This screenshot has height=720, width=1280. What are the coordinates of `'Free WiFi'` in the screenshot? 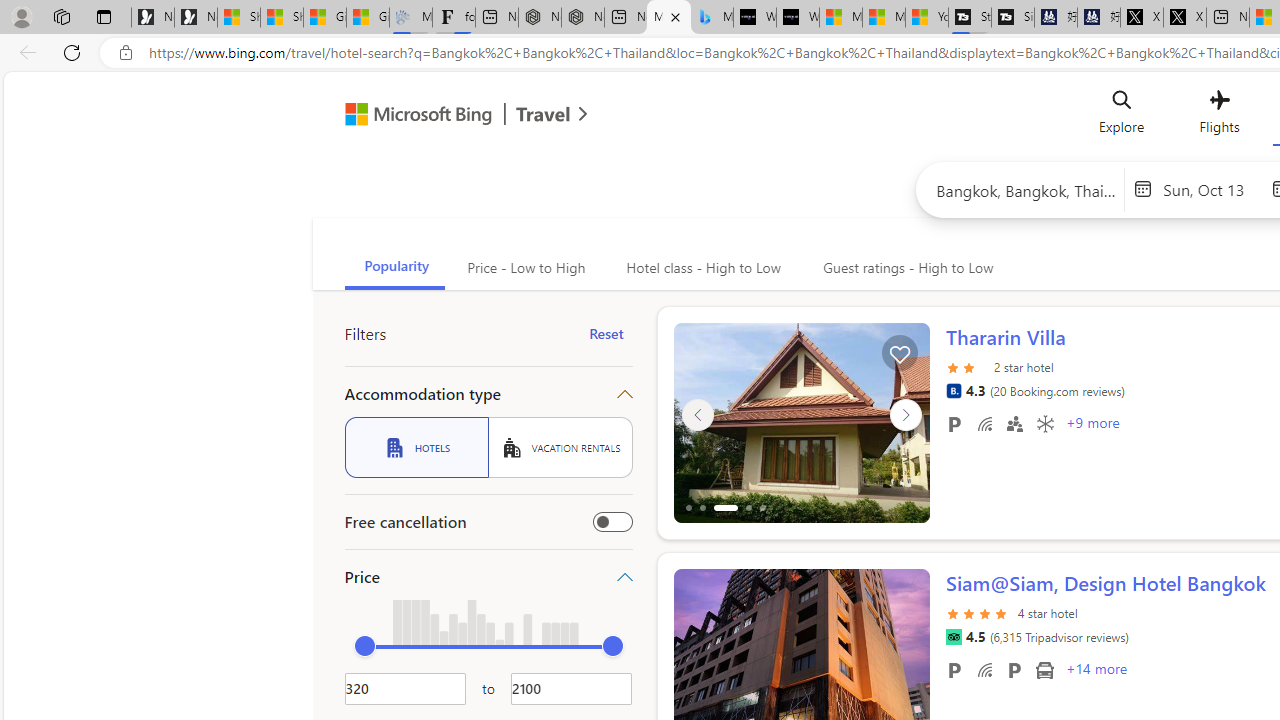 It's located at (984, 669).